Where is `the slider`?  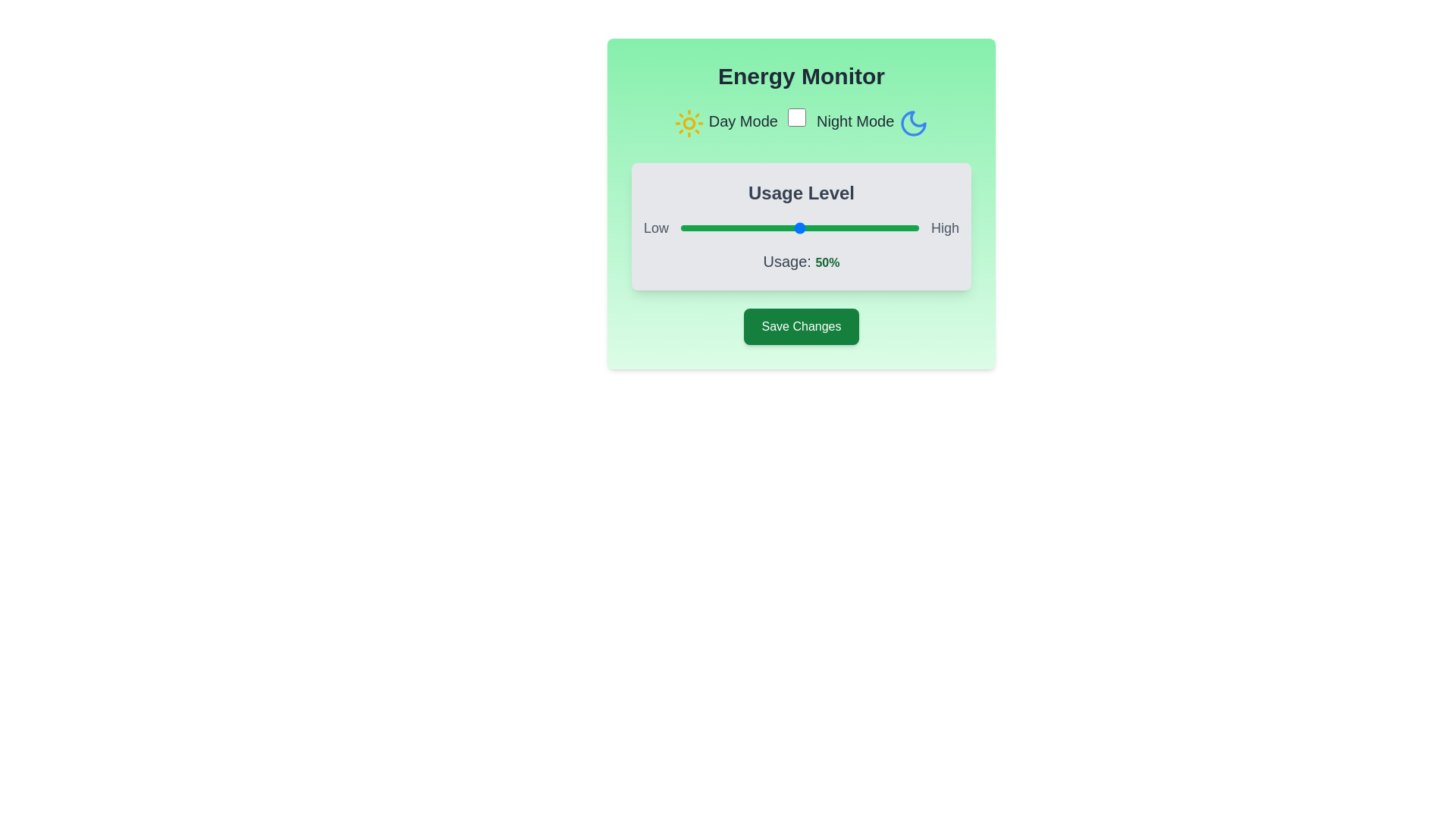
the slider is located at coordinates (761, 227).